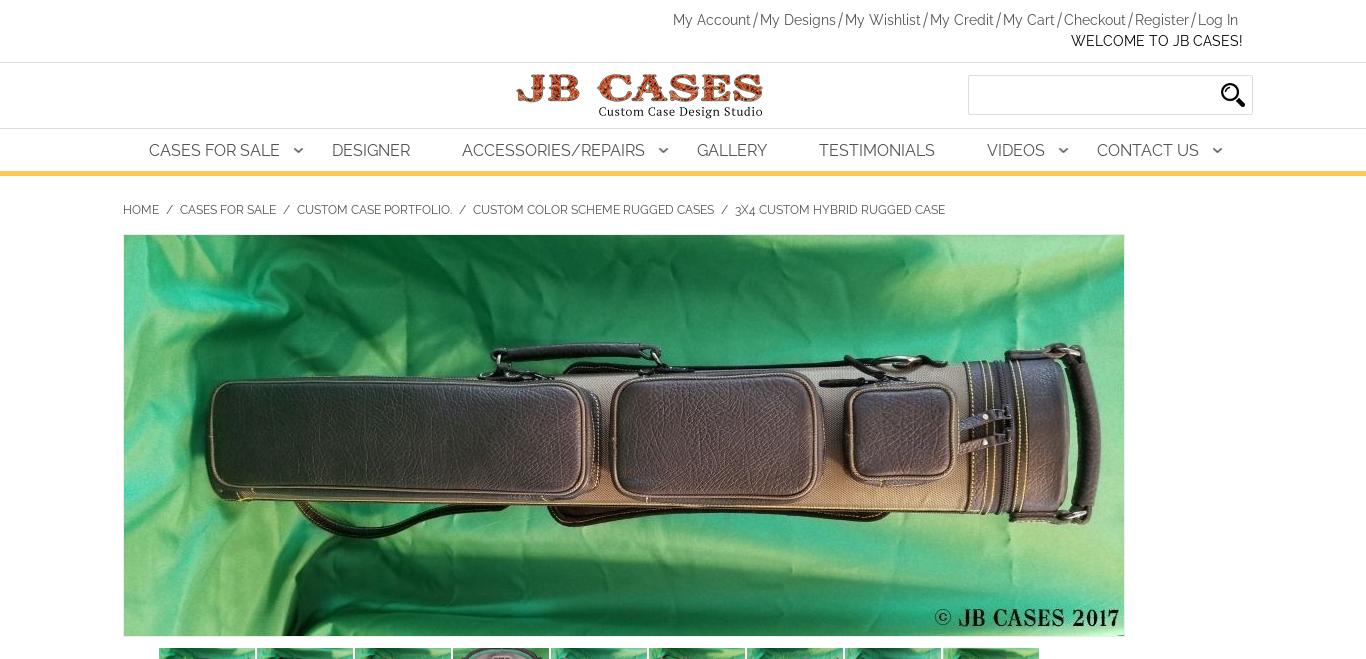 This screenshot has width=1366, height=659. I want to click on 'My Designs', so click(797, 19).